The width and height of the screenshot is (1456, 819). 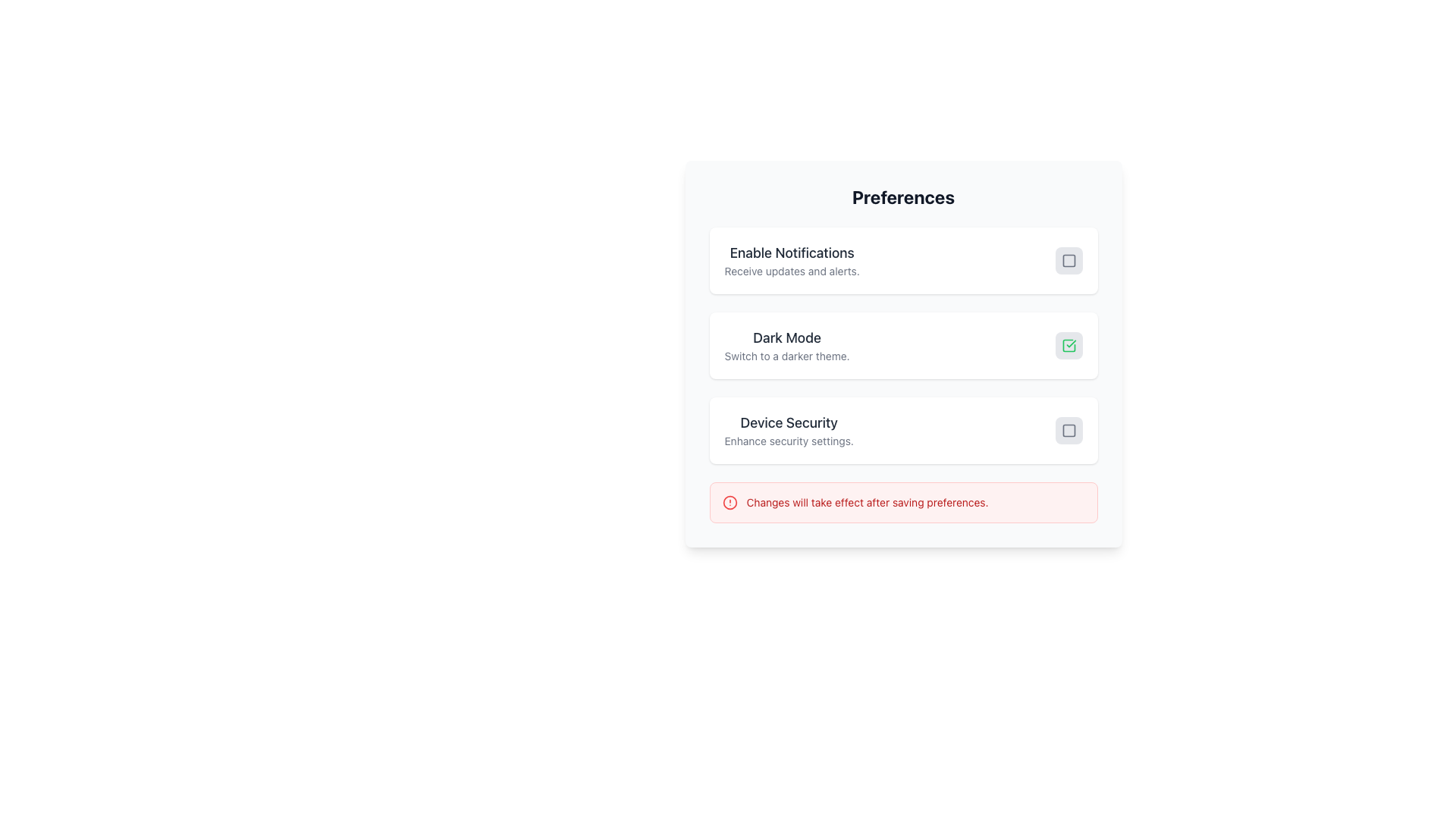 What do you see at coordinates (1068, 430) in the screenshot?
I see `the checkbox located in the bottom-right corner of the settings options under 'Device Security'` at bounding box center [1068, 430].